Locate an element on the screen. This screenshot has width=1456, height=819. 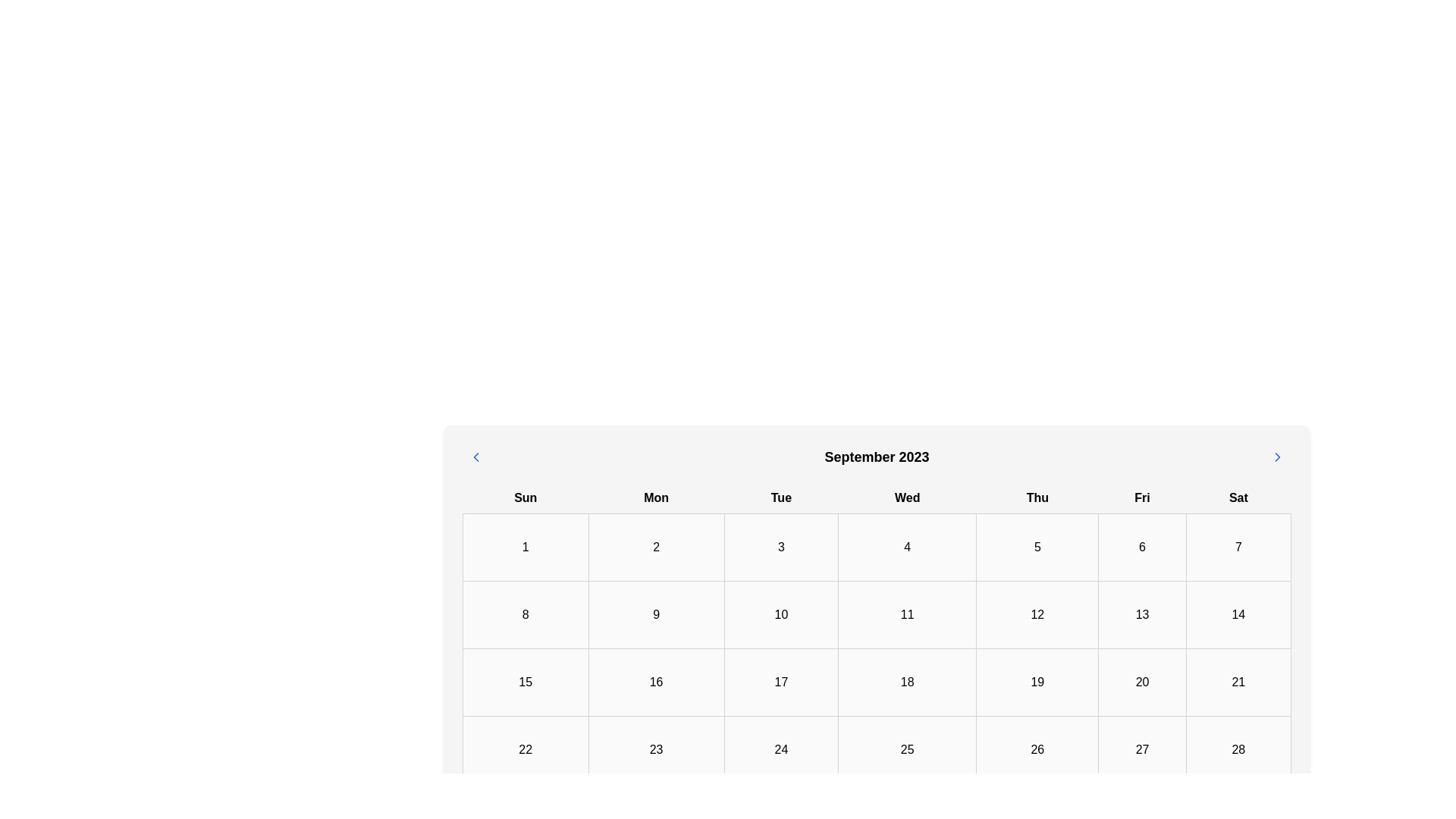
the leftward chevron arrow icon located on the left-hand side of the calendar interface is located at coordinates (475, 456).